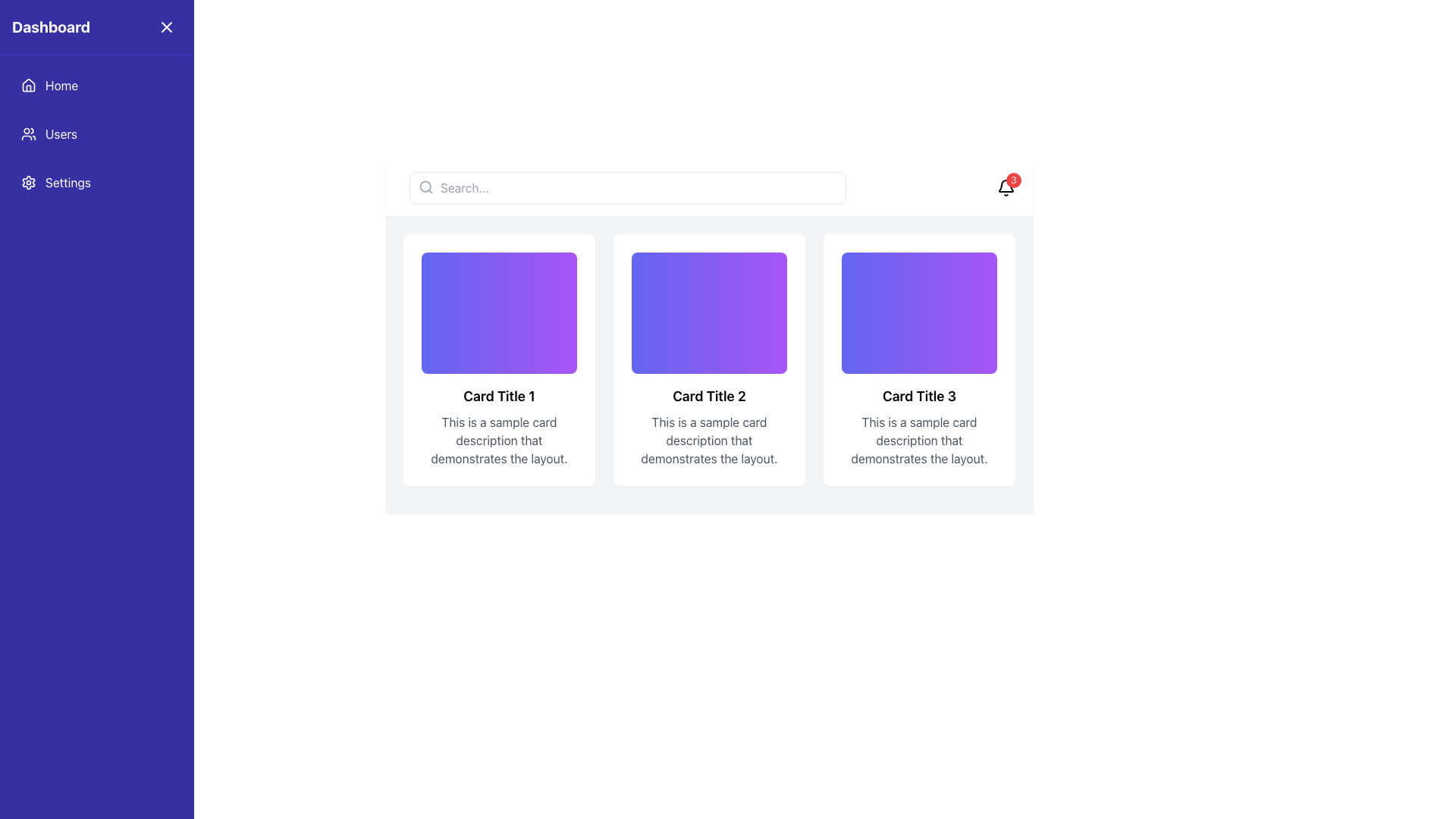 The image size is (1456, 819). What do you see at coordinates (1014, 180) in the screenshot?
I see `the content of the notification badge, which is a red circular badge with the number '3' inside, located at the top-right corner of the bell icon` at bounding box center [1014, 180].